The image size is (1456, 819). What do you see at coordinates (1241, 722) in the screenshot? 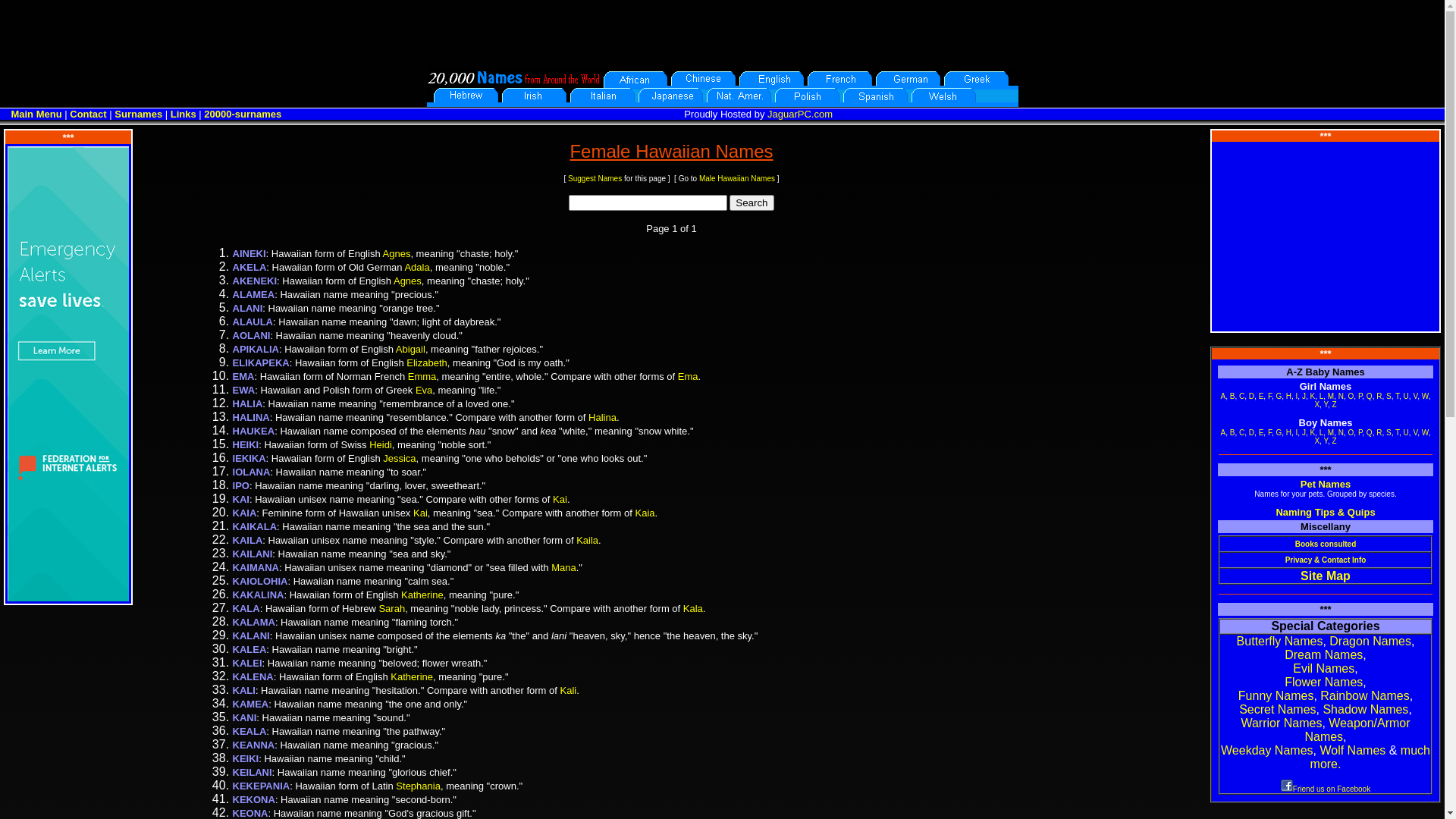
I see `'Warrior Names'` at bounding box center [1241, 722].